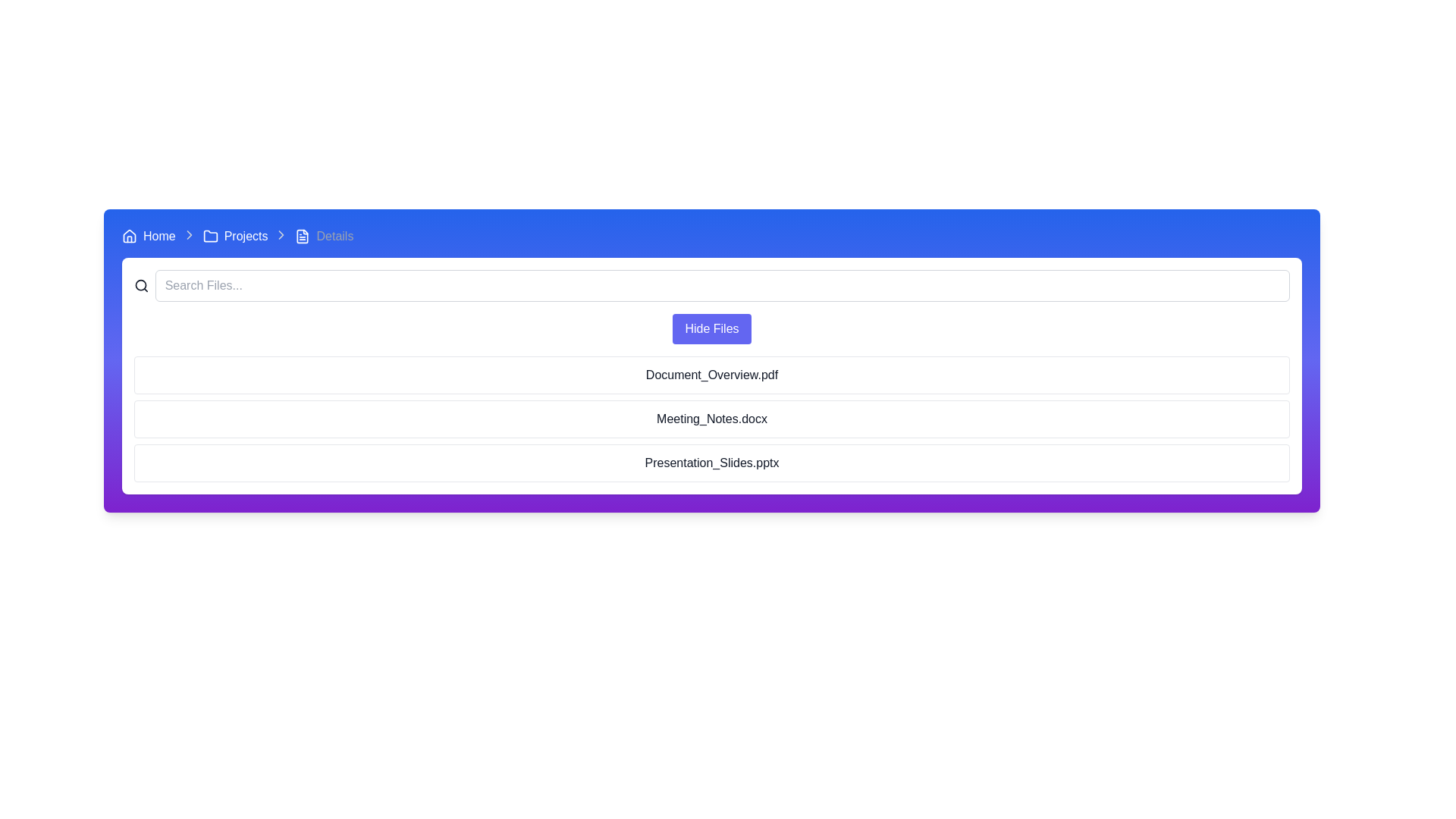 This screenshot has width=1456, height=819. I want to click on the right-pointing chevron arrow icon in the top navigation bar, which is styled in gray and separates the breadcrumb items 'Projects' and 'Details', so click(188, 234).